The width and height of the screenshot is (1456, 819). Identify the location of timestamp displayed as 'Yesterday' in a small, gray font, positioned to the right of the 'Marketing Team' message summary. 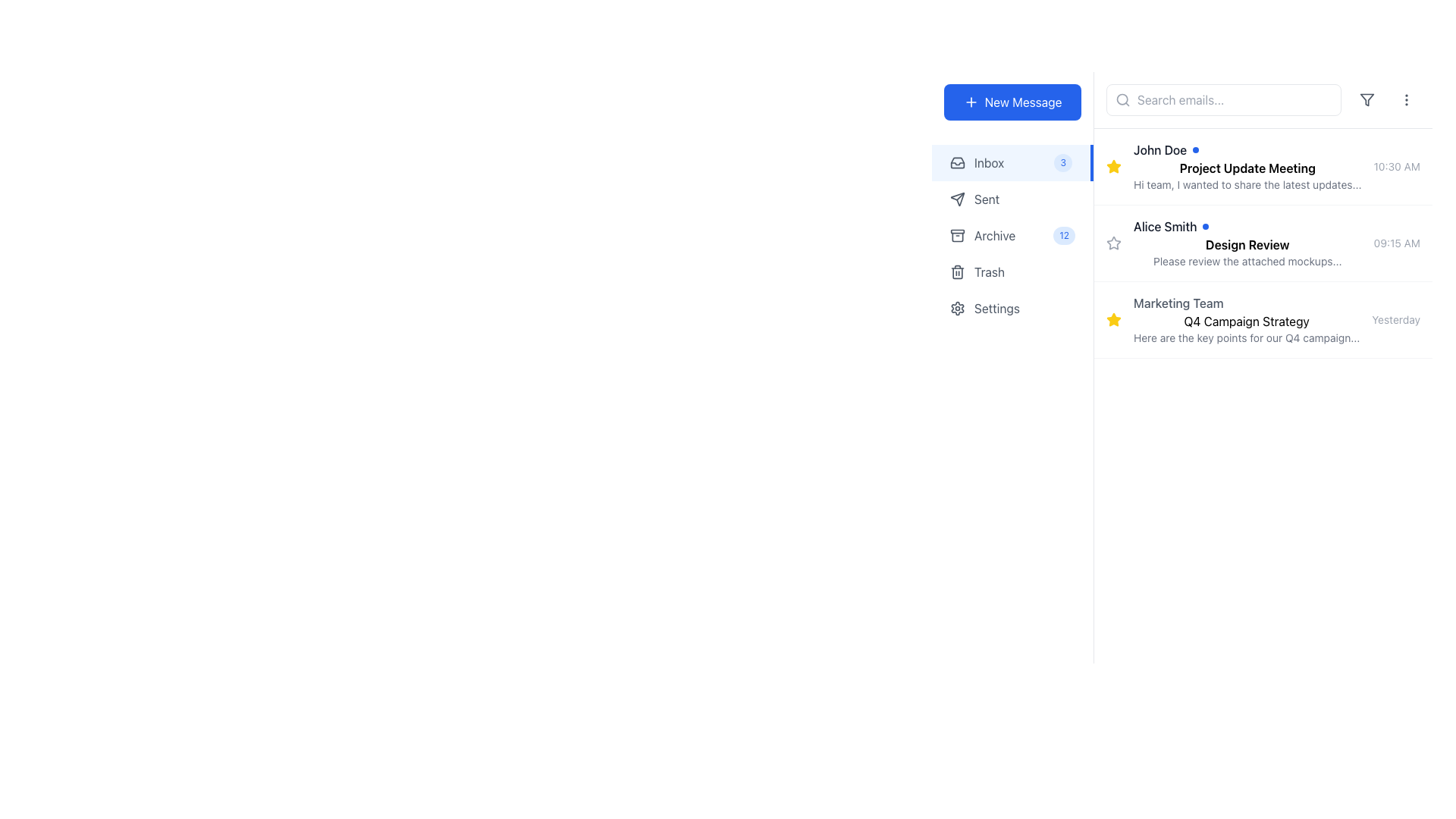
(1395, 318).